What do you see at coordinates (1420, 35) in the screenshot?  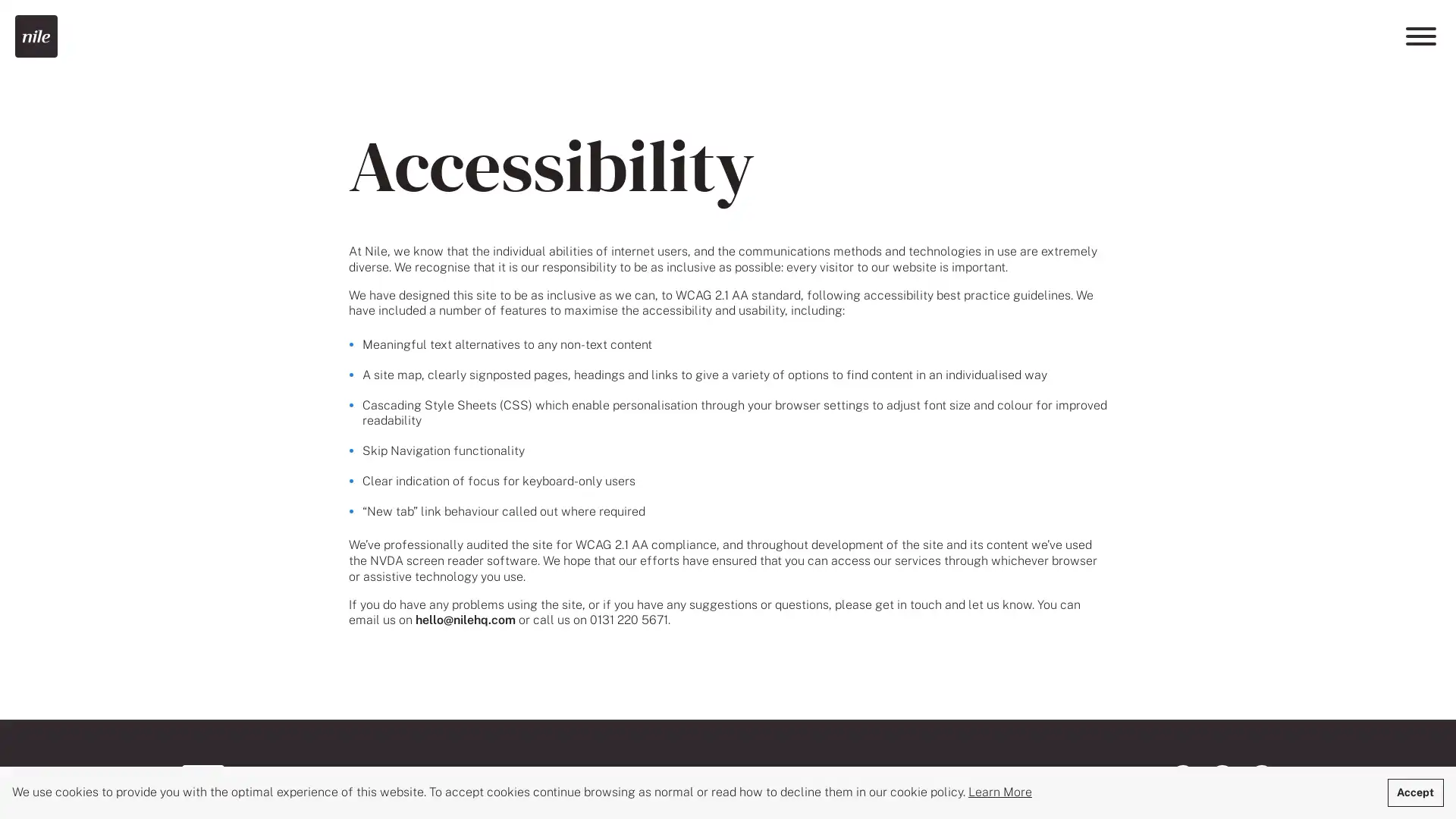 I see `Menu` at bounding box center [1420, 35].